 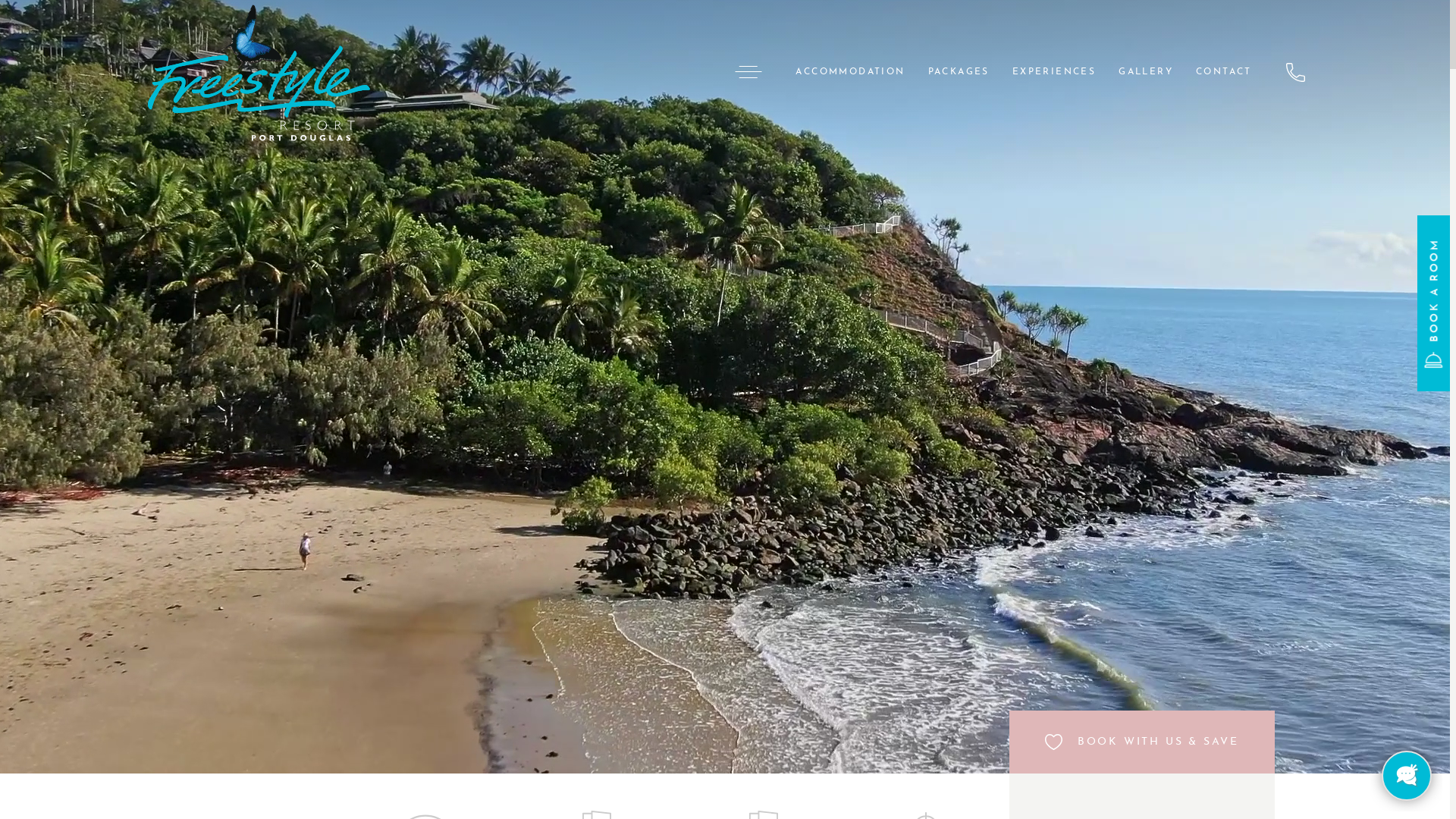 I want to click on 'PACKAGES', so click(x=916, y=72).